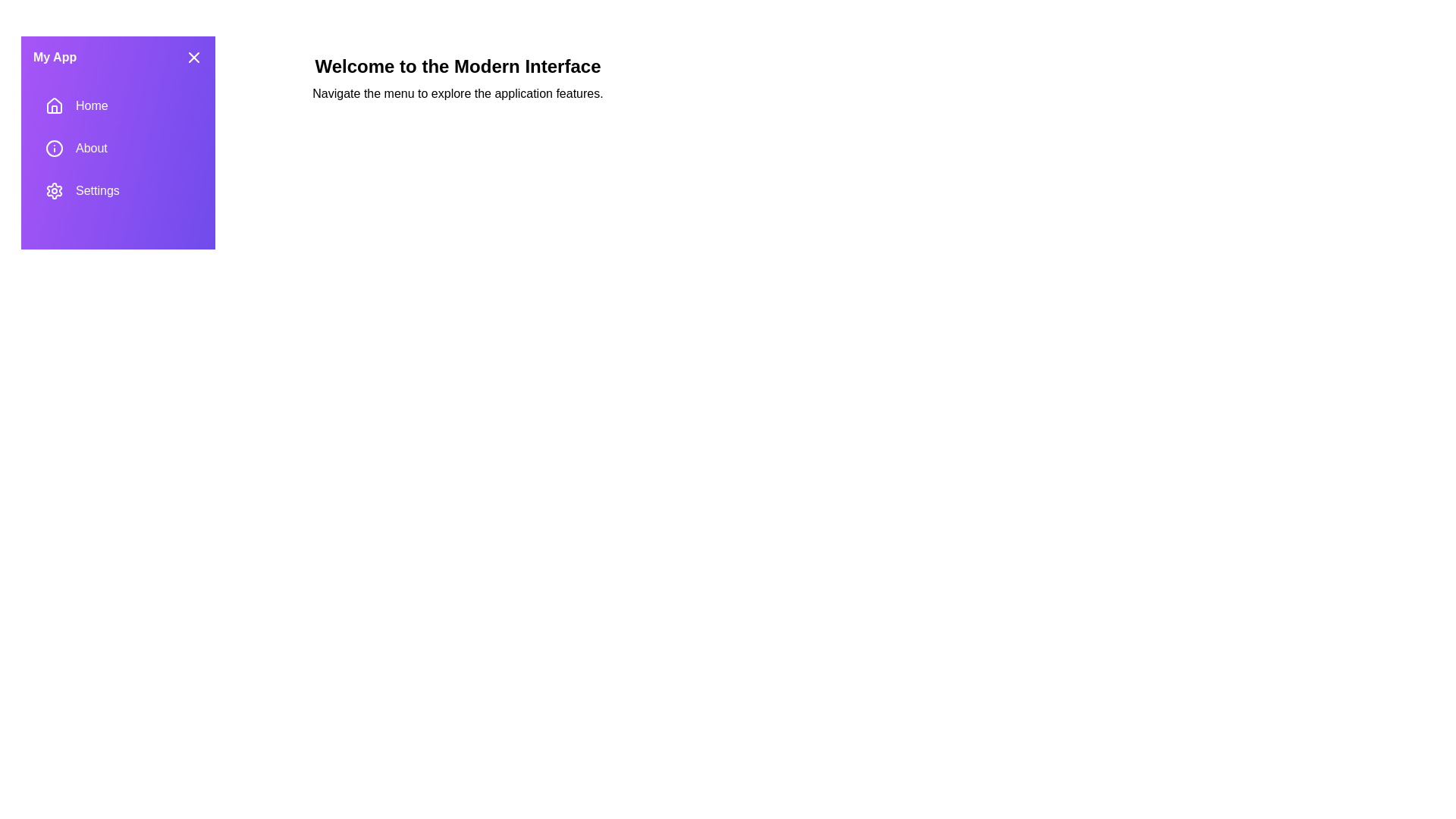 This screenshot has height=819, width=1456. What do you see at coordinates (118, 190) in the screenshot?
I see `the 'Settings' option in the drawer` at bounding box center [118, 190].